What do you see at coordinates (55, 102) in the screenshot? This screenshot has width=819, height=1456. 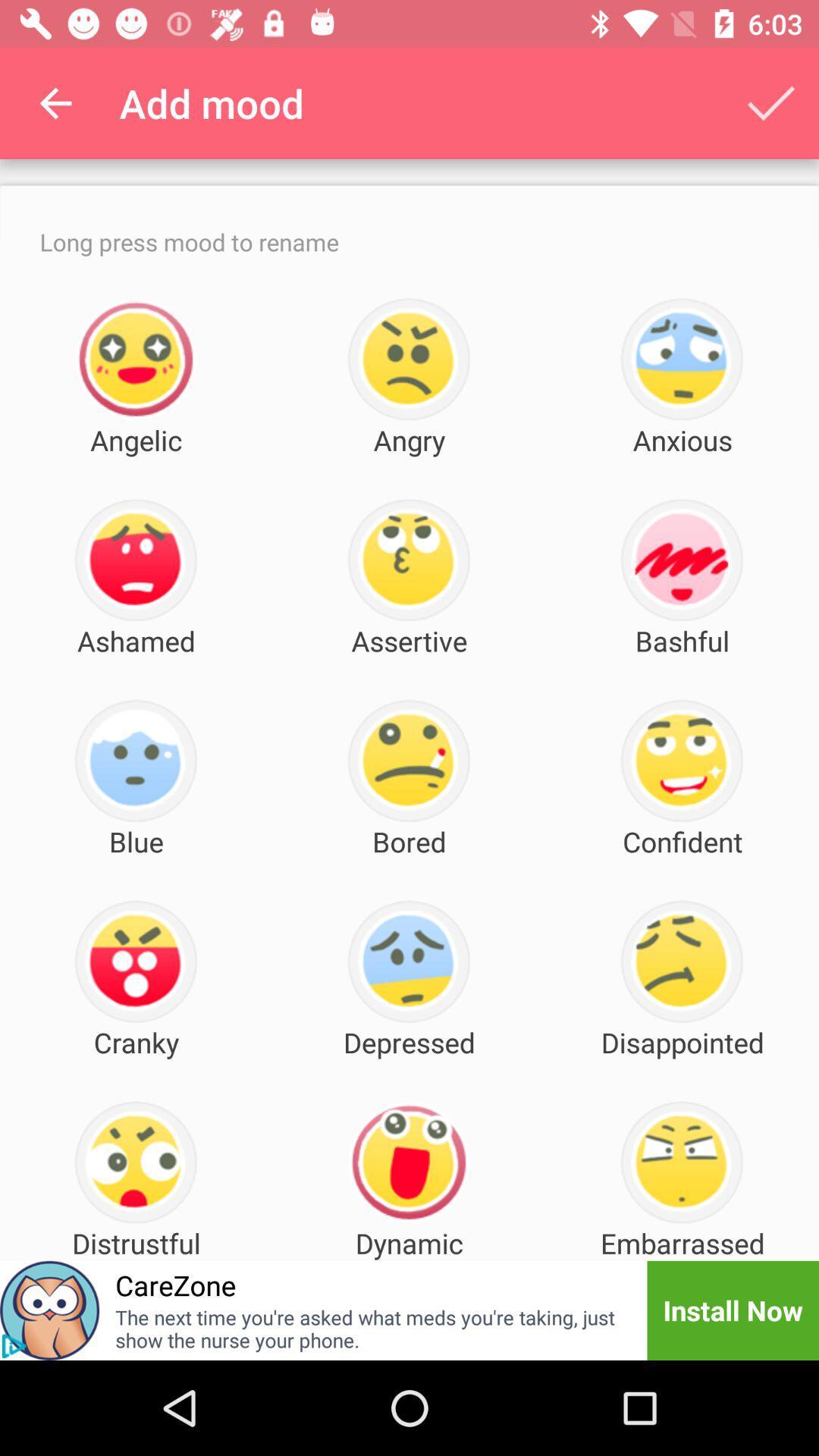 I see `the icon above the long press mood icon` at bounding box center [55, 102].